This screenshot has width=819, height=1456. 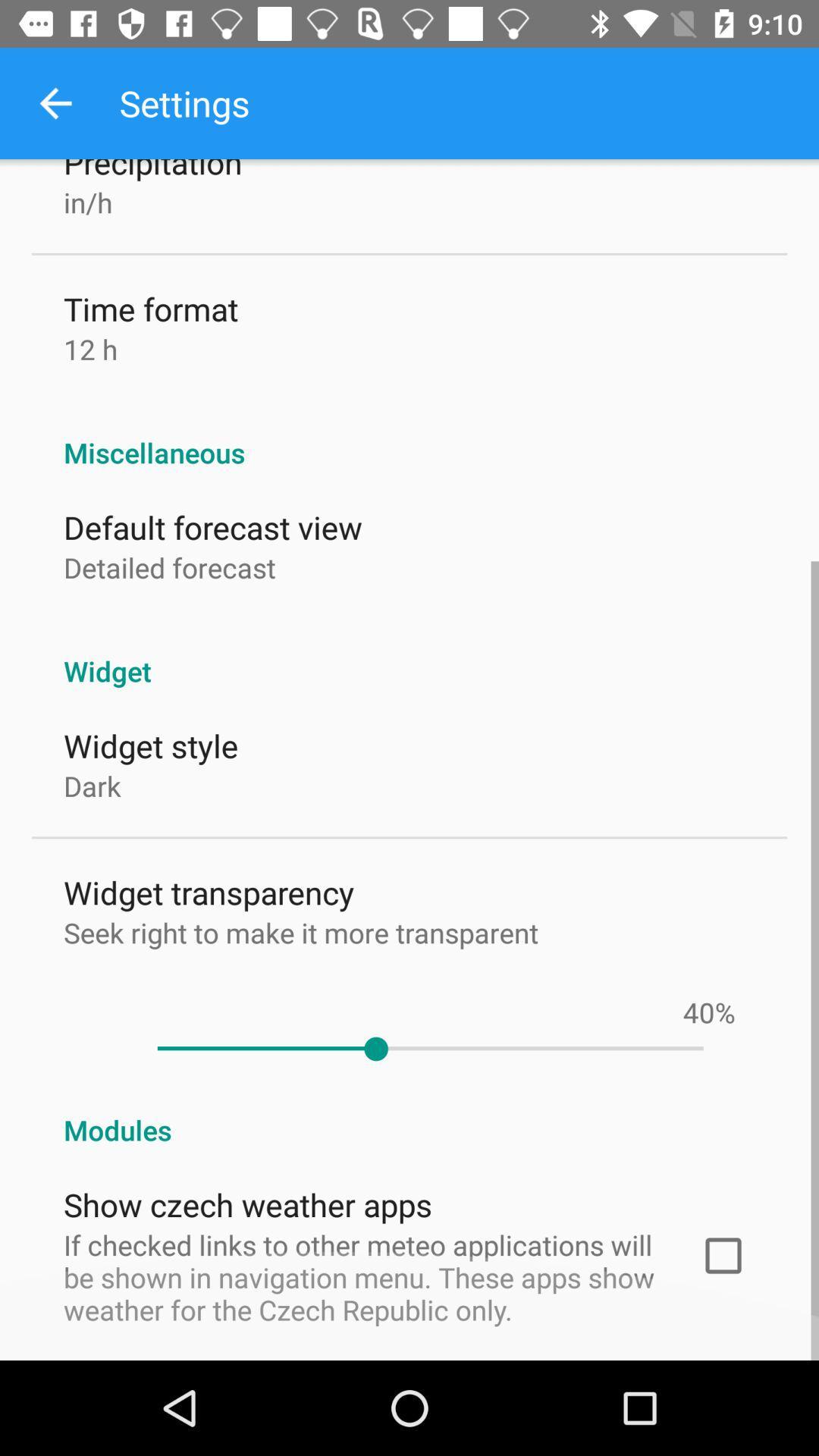 I want to click on default forecast view icon, so click(x=212, y=527).